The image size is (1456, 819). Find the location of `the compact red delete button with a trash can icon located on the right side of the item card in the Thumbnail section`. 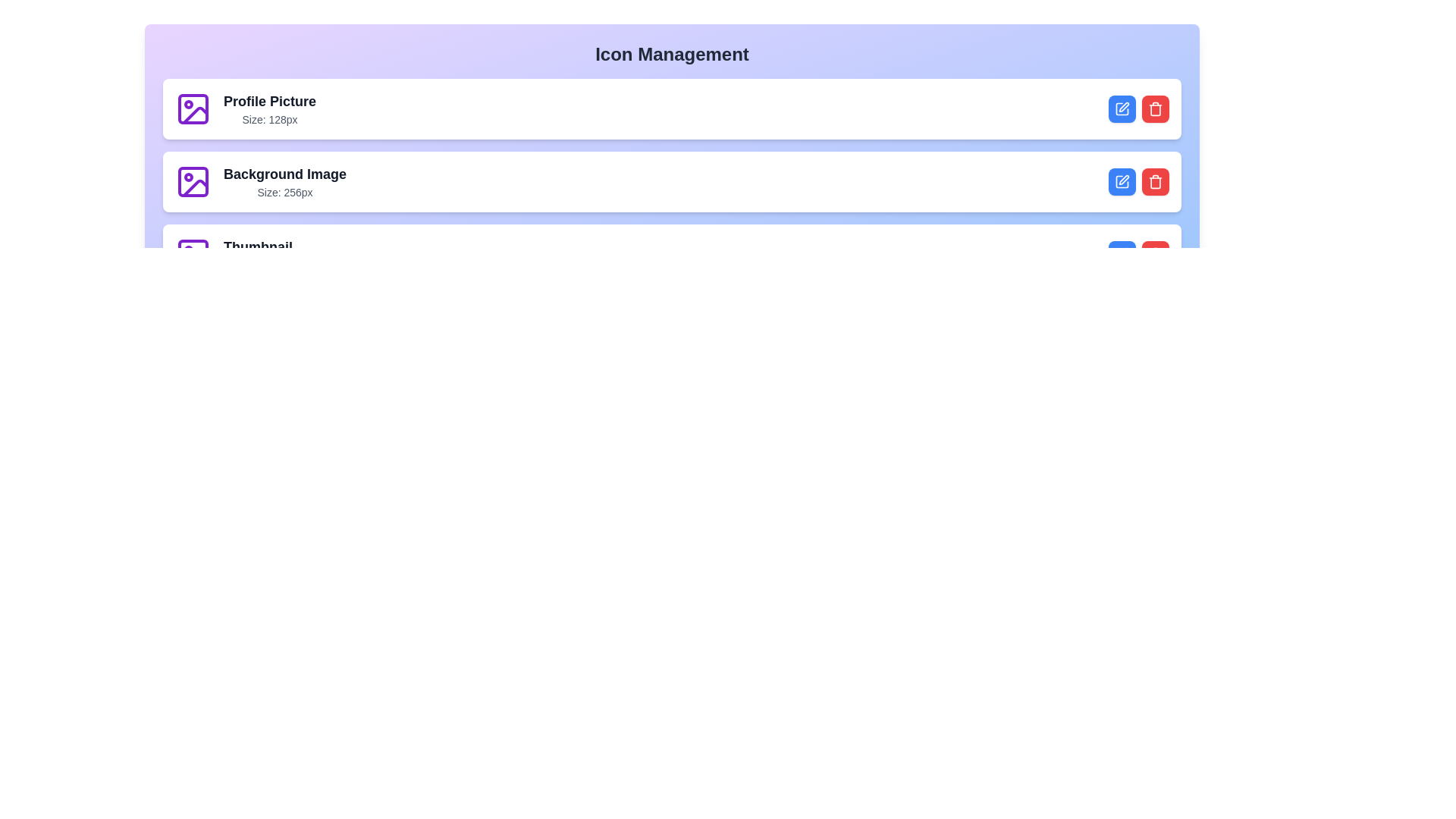

the compact red delete button with a trash can icon located on the right side of the item card in the Thumbnail section is located at coordinates (1154, 108).